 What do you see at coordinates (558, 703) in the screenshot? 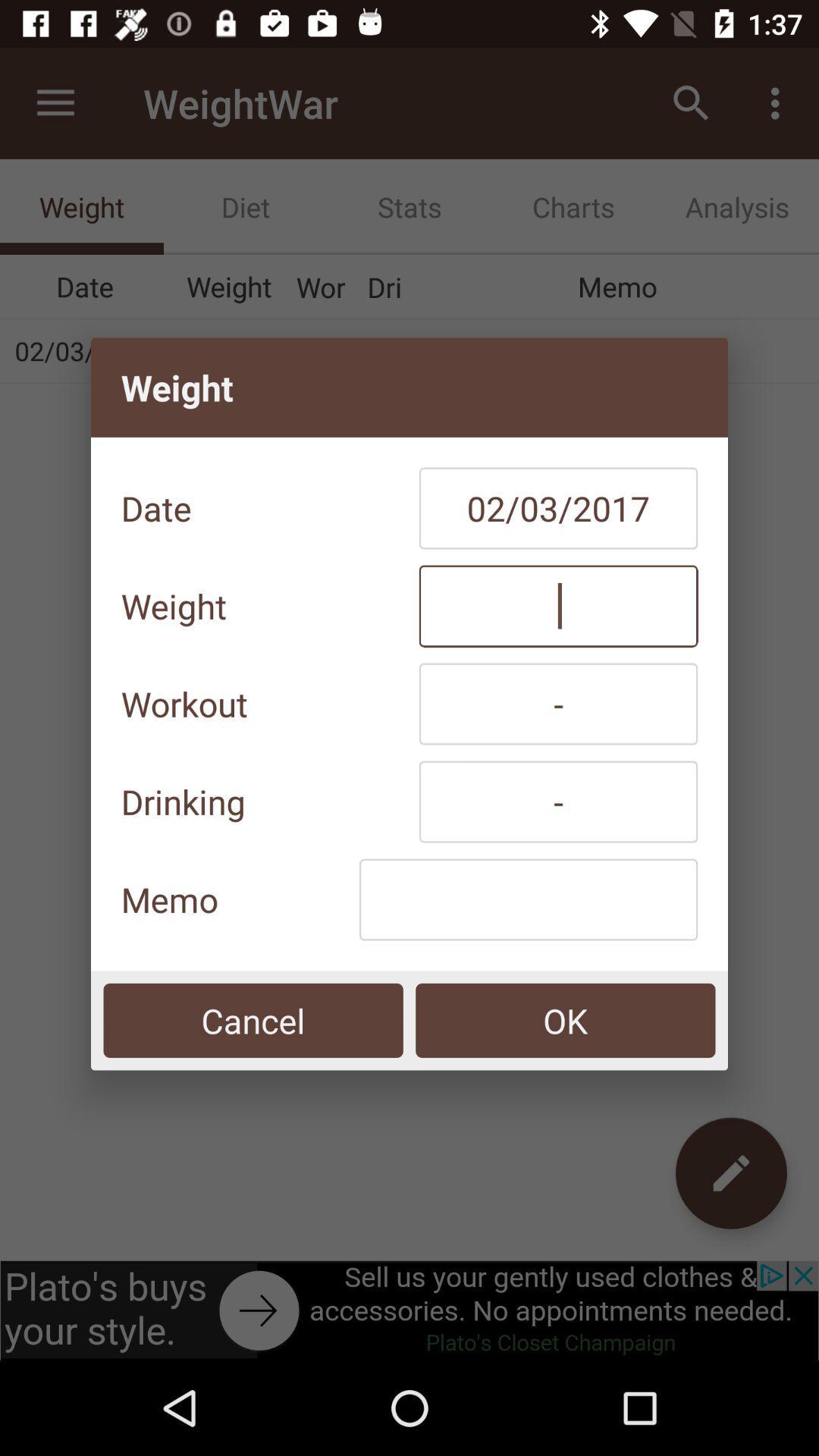
I see `item to the right of workout icon` at bounding box center [558, 703].